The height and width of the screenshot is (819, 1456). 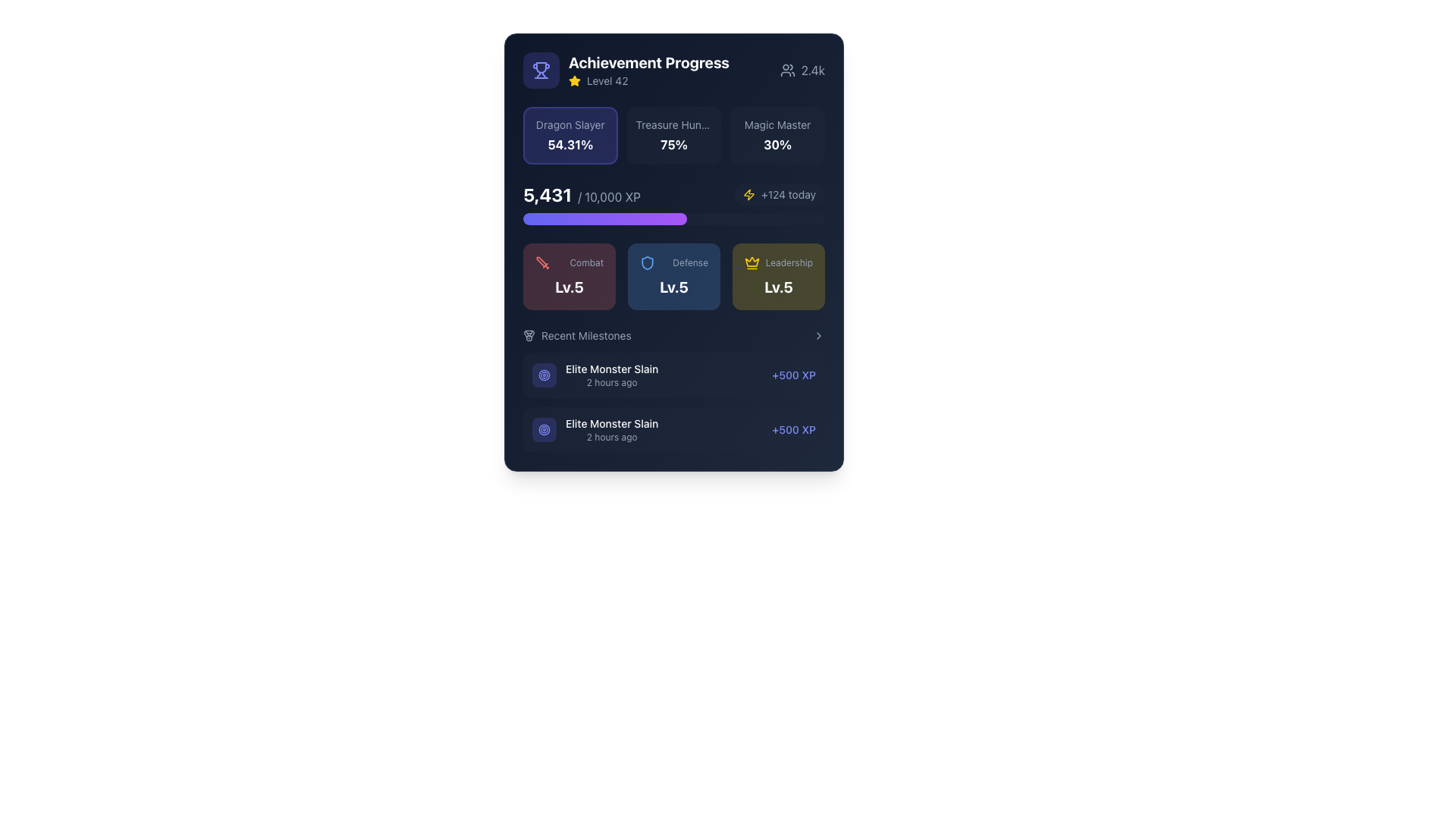 What do you see at coordinates (541, 70) in the screenshot?
I see `the trophy-shaped icon inside the rounded rectangle element with an indigo background, located in the upper left section of the 'Achievement Progress' component, to the left of the text 'Achievement Progress Level 42.'` at bounding box center [541, 70].